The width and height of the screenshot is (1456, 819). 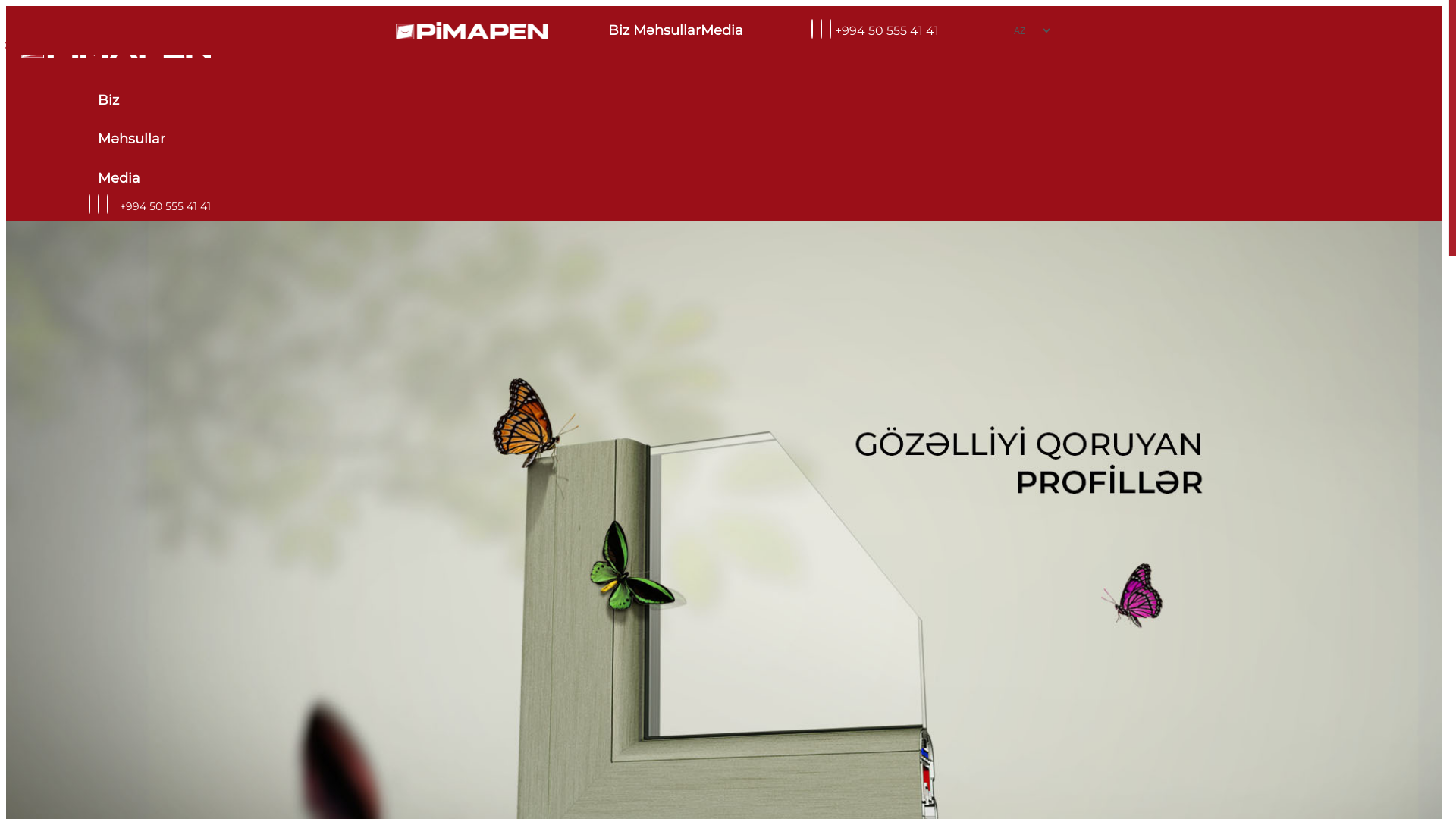 What do you see at coordinates (243, 44) in the screenshot?
I see `'KATALOQ'` at bounding box center [243, 44].